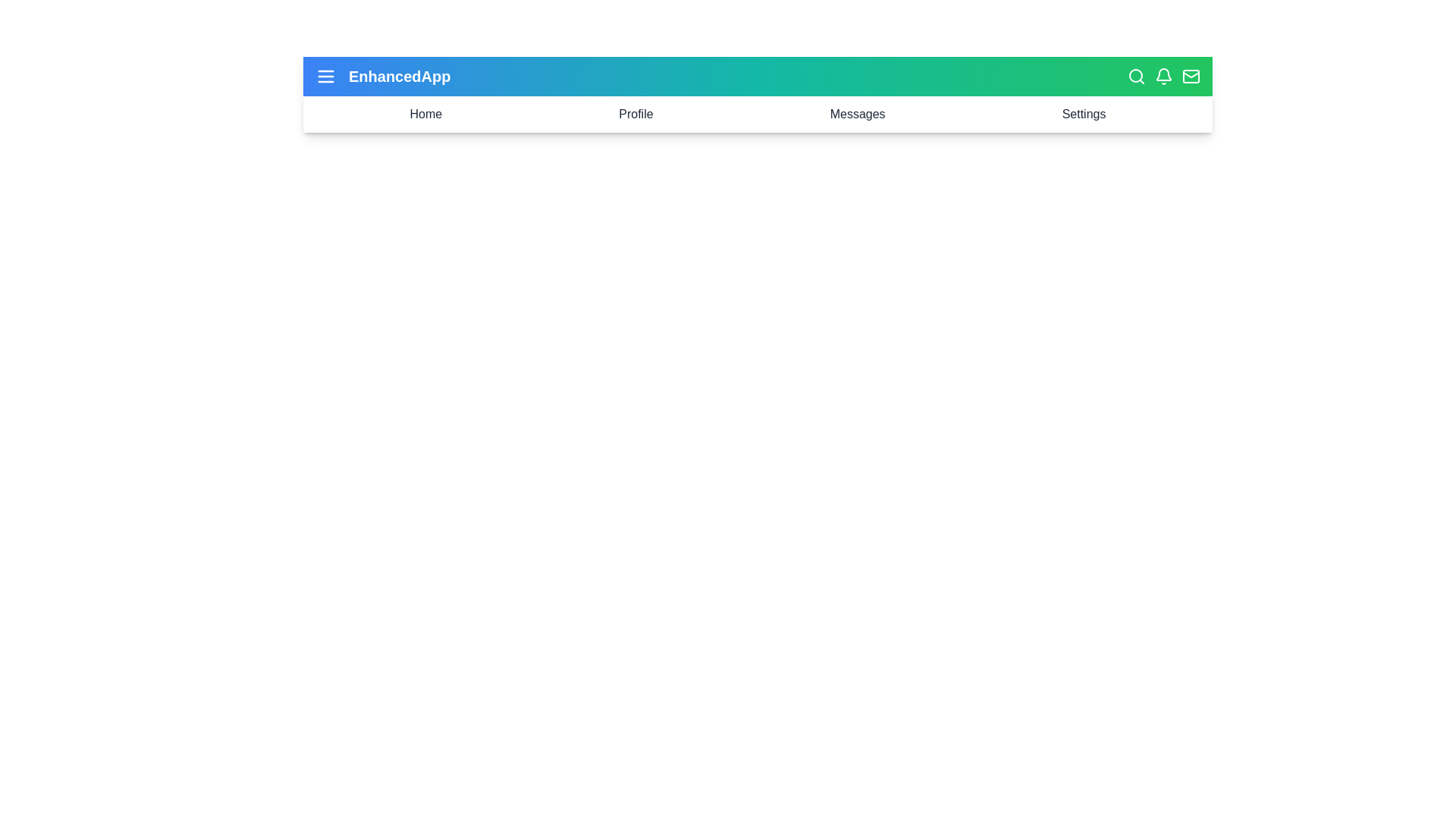 The width and height of the screenshot is (1456, 819). Describe the element at coordinates (425, 113) in the screenshot. I see `the Home menu item to navigate to the Home section` at that location.